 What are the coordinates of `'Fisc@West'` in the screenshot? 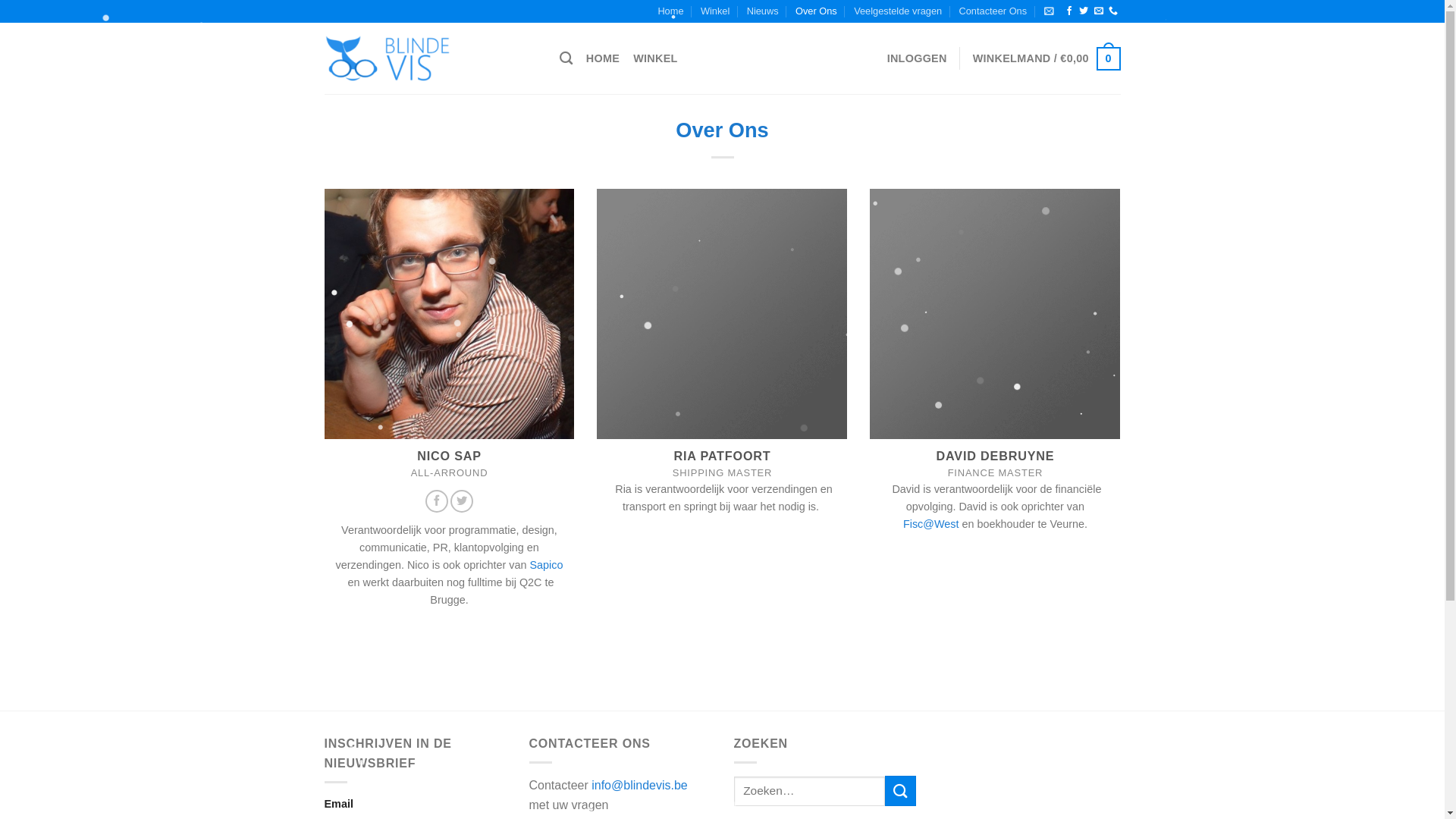 It's located at (902, 523).